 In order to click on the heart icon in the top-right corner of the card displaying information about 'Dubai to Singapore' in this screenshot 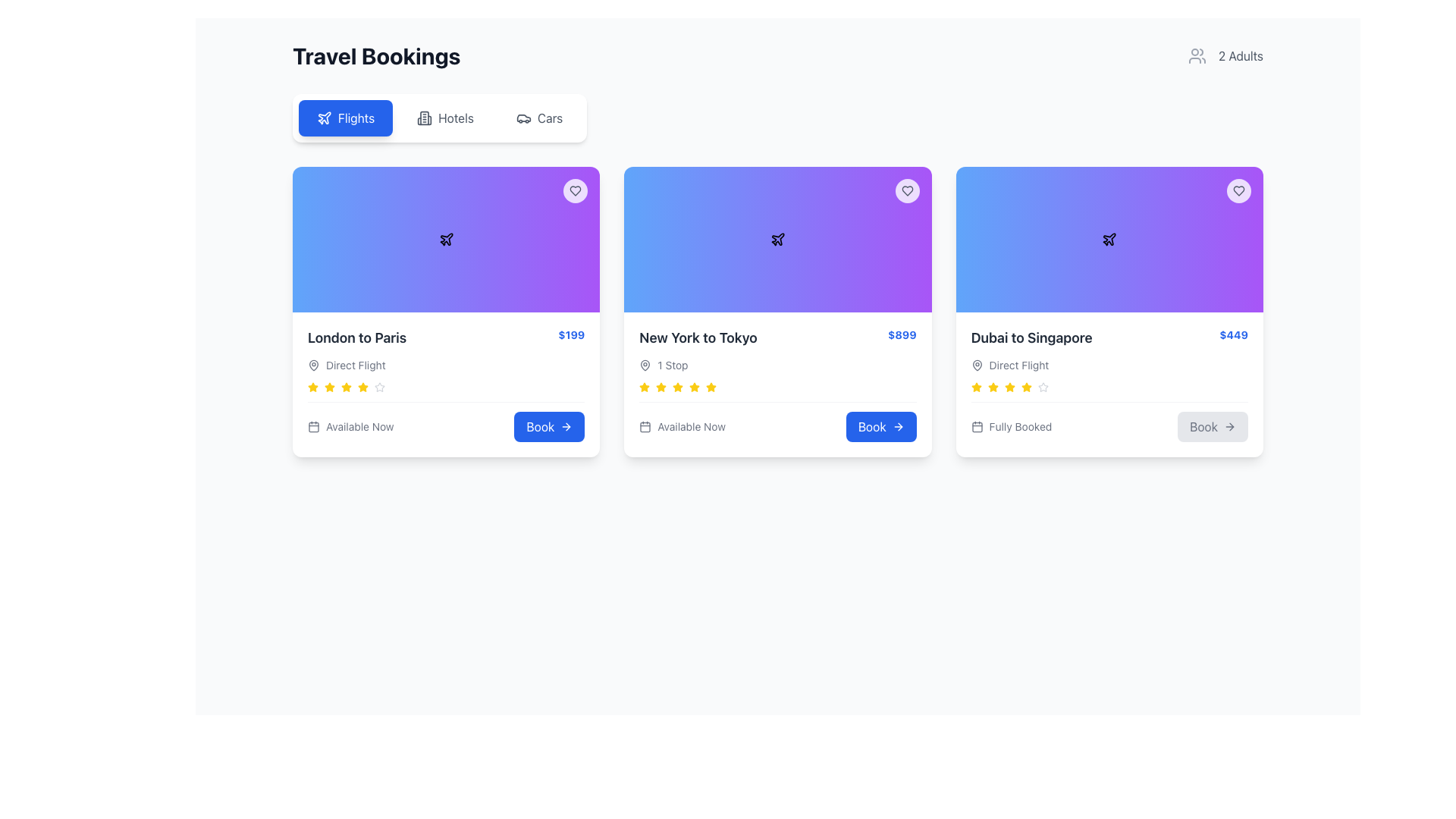, I will do `click(1238, 190)`.